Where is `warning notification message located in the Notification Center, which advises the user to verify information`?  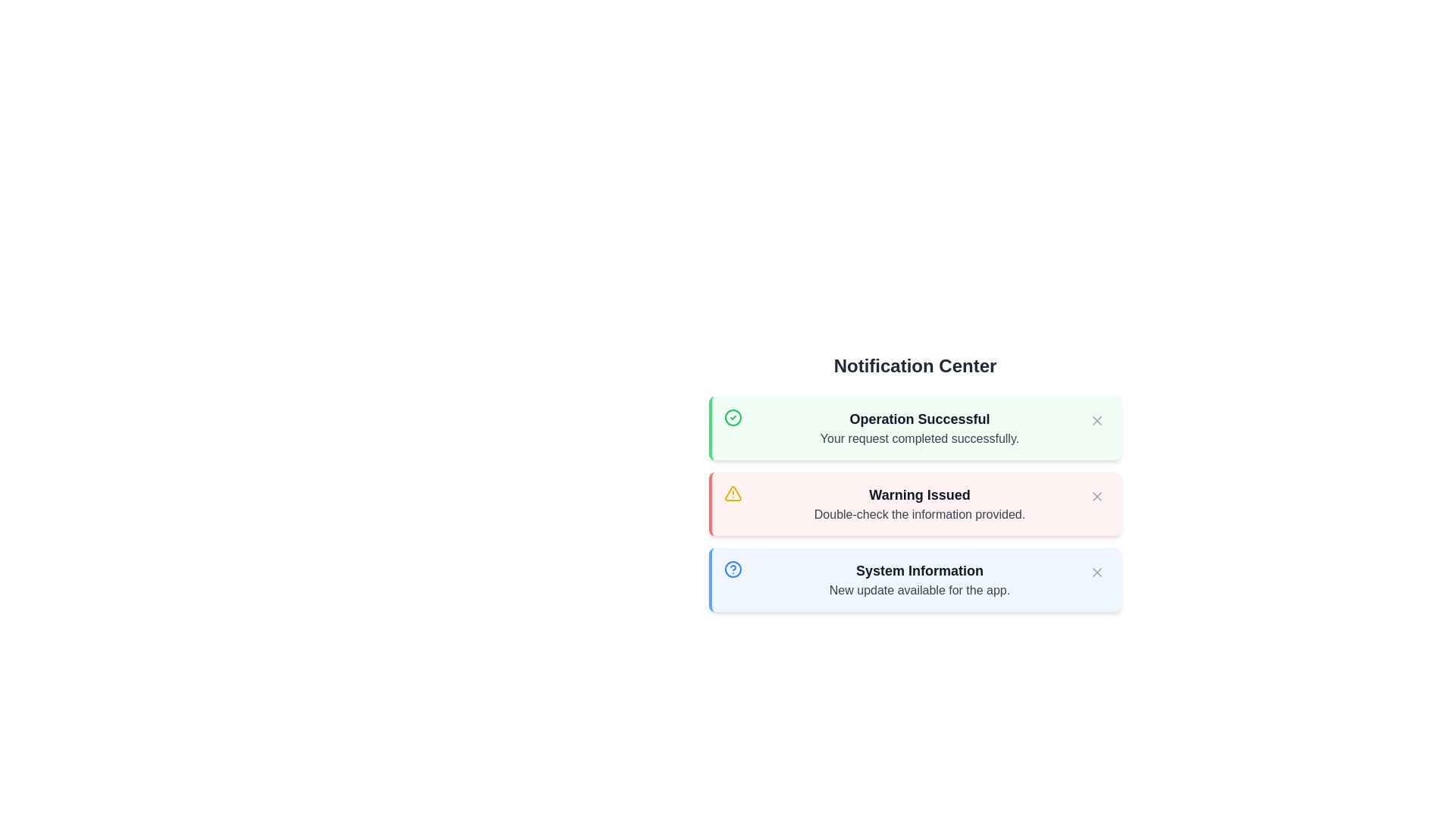 warning notification message located in the Notification Center, which advises the user to verify information is located at coordinates (919, 504).